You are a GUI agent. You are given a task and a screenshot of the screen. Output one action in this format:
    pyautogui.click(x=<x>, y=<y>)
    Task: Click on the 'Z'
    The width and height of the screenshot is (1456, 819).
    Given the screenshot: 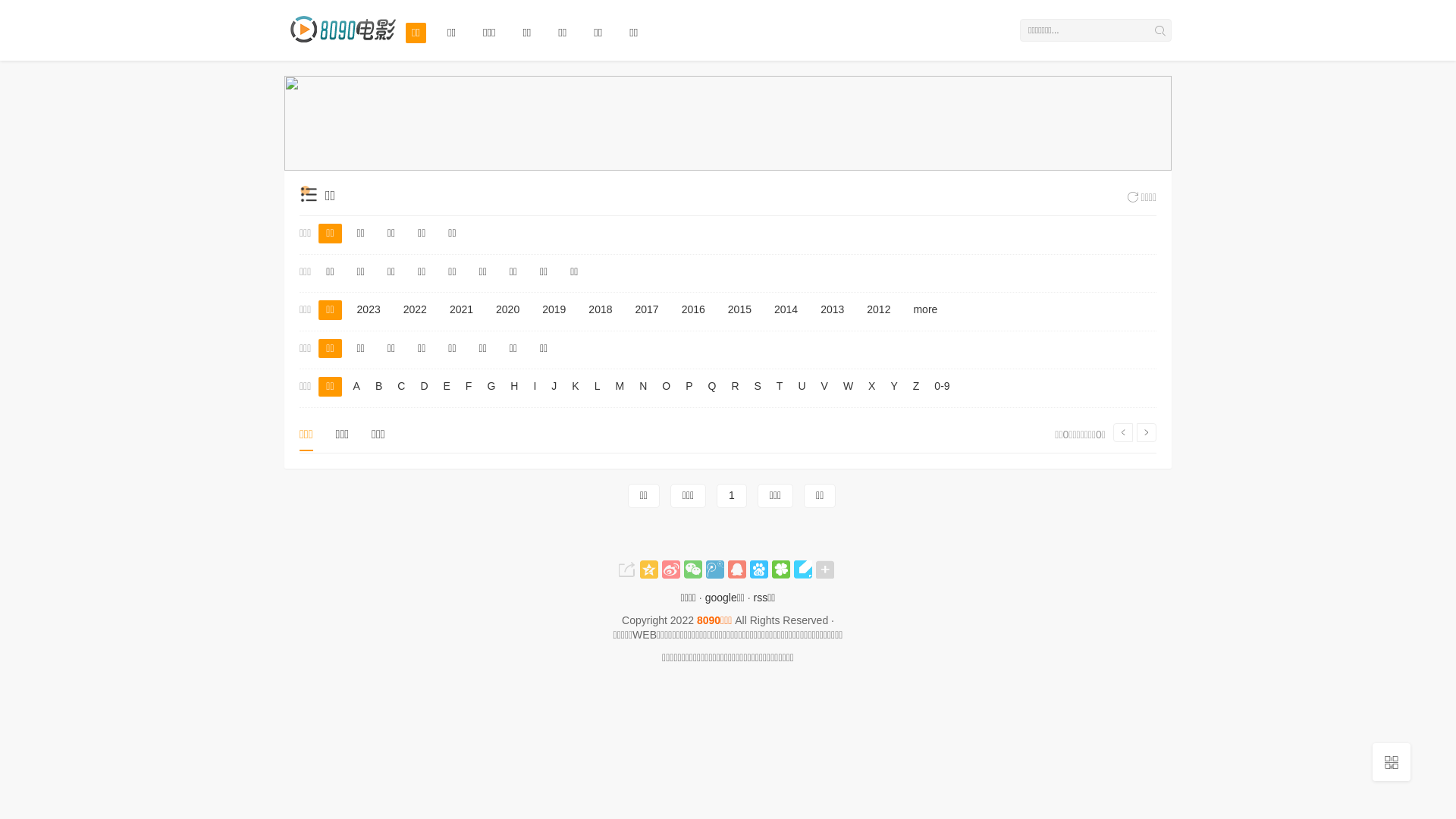 What is the action you would take?
    pyautogui.click(x=915, y=385)
    